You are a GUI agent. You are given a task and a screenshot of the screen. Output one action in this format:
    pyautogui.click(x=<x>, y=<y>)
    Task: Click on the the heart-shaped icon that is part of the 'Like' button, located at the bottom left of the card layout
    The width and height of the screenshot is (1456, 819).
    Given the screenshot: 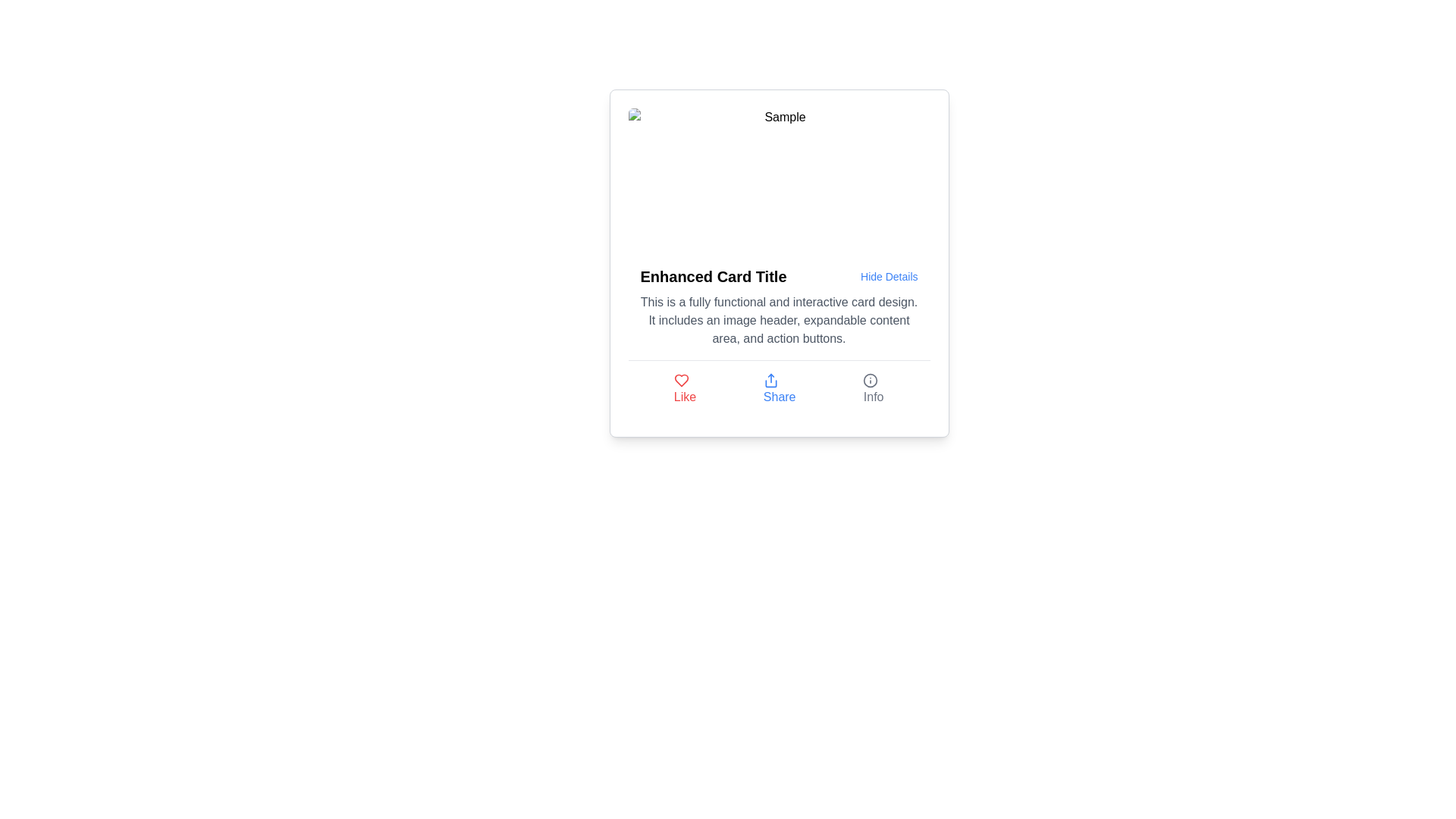 What is the action you would take?
    pyautogui.click(x=680, y=379)
    